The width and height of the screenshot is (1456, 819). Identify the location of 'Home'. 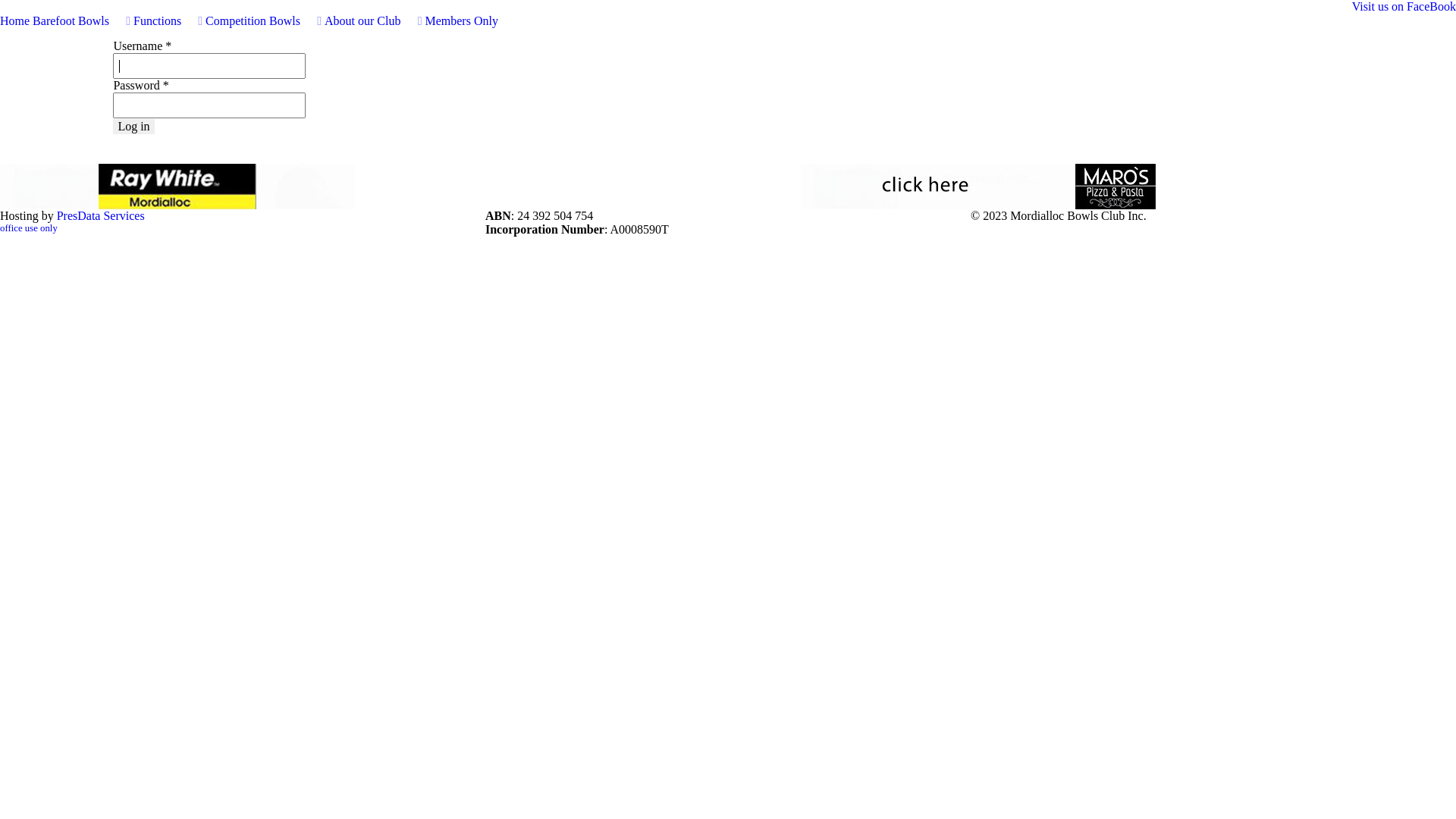
(0, 20).